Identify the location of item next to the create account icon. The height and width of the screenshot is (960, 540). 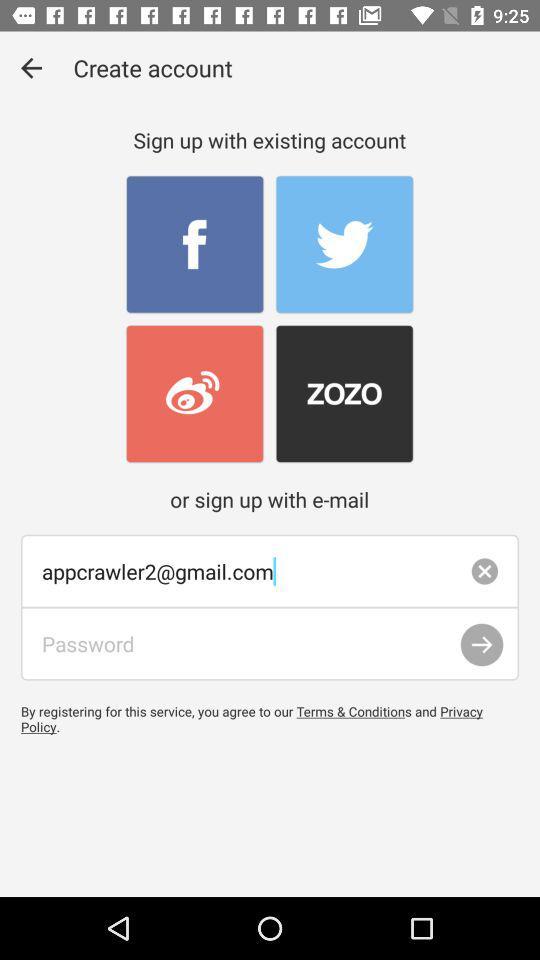
(30, 68).